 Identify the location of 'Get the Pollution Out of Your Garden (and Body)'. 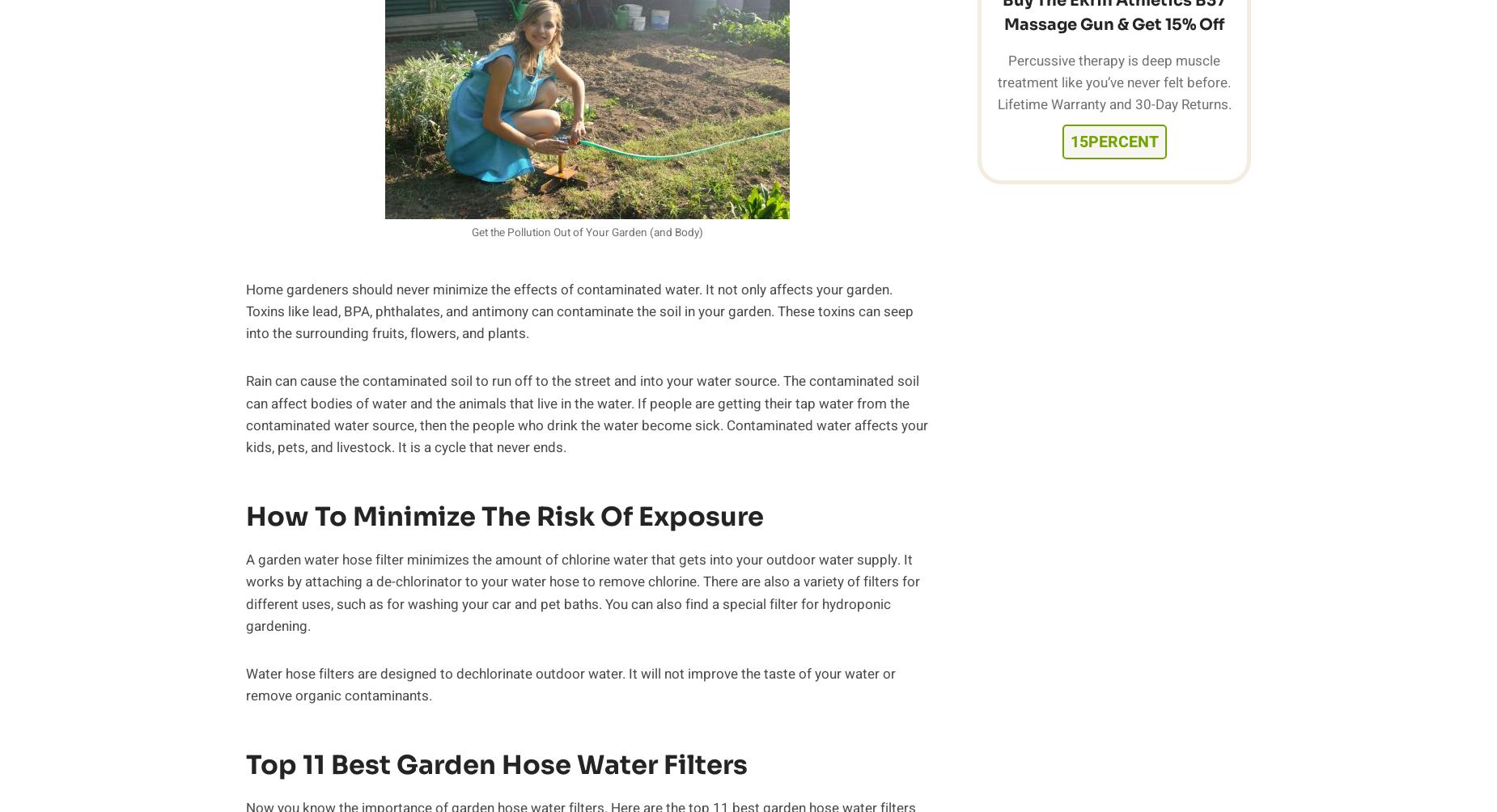
(587, 232).